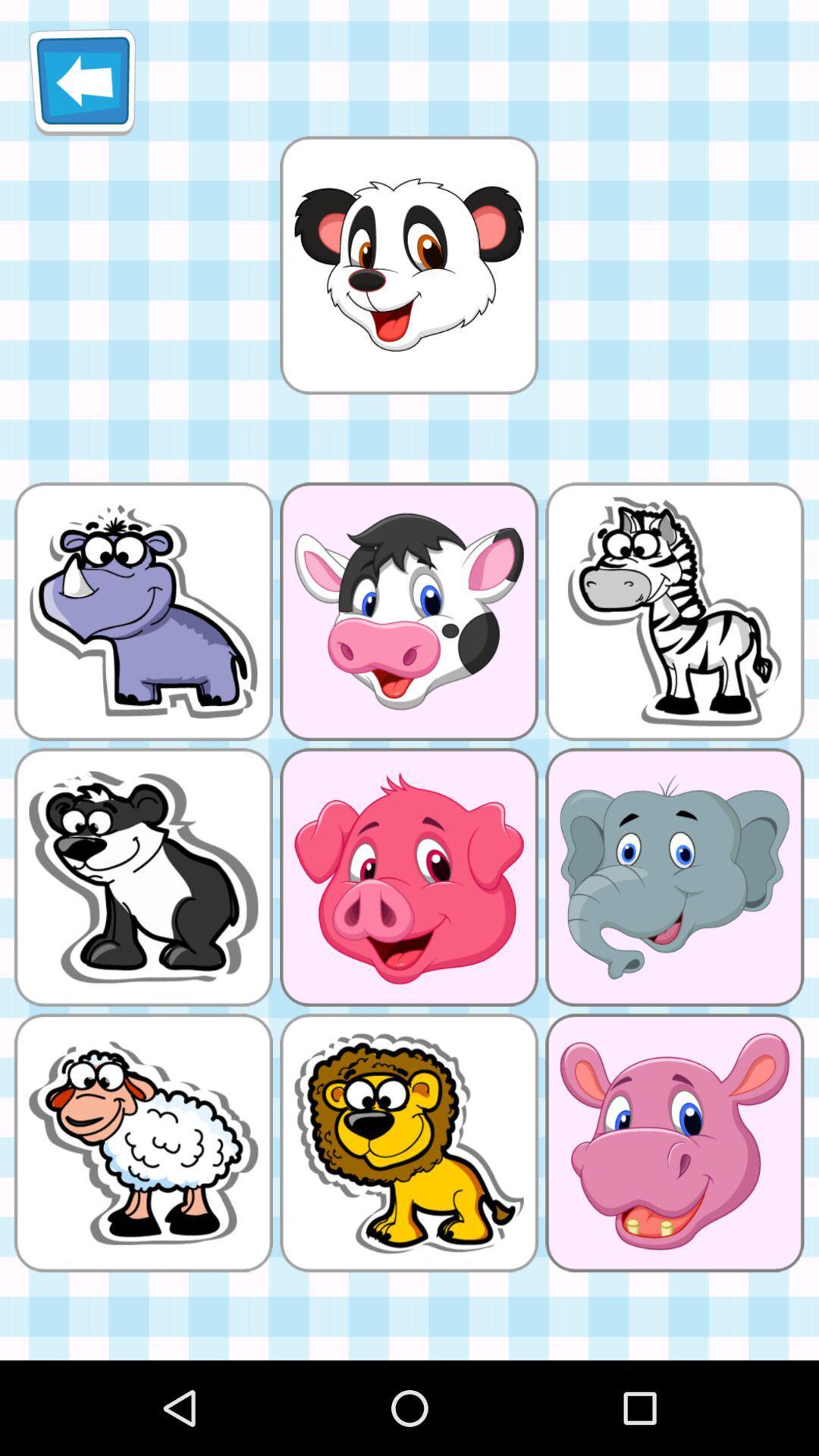 This screenshot has width=819, height=1456. I want to click on the arrow_backward icon, so click(82, 87).